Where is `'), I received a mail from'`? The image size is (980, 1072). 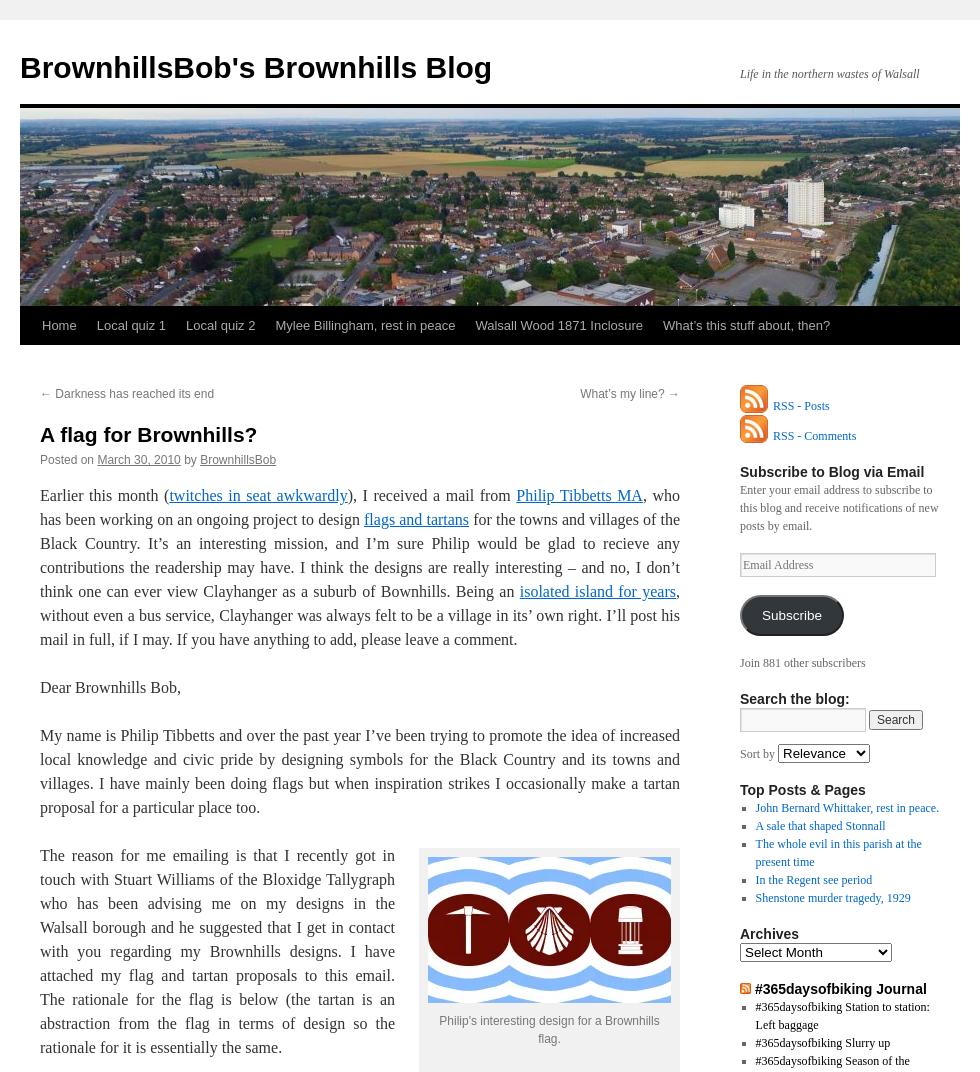
'), I received a mail from' is located at coordinates (347, 495).